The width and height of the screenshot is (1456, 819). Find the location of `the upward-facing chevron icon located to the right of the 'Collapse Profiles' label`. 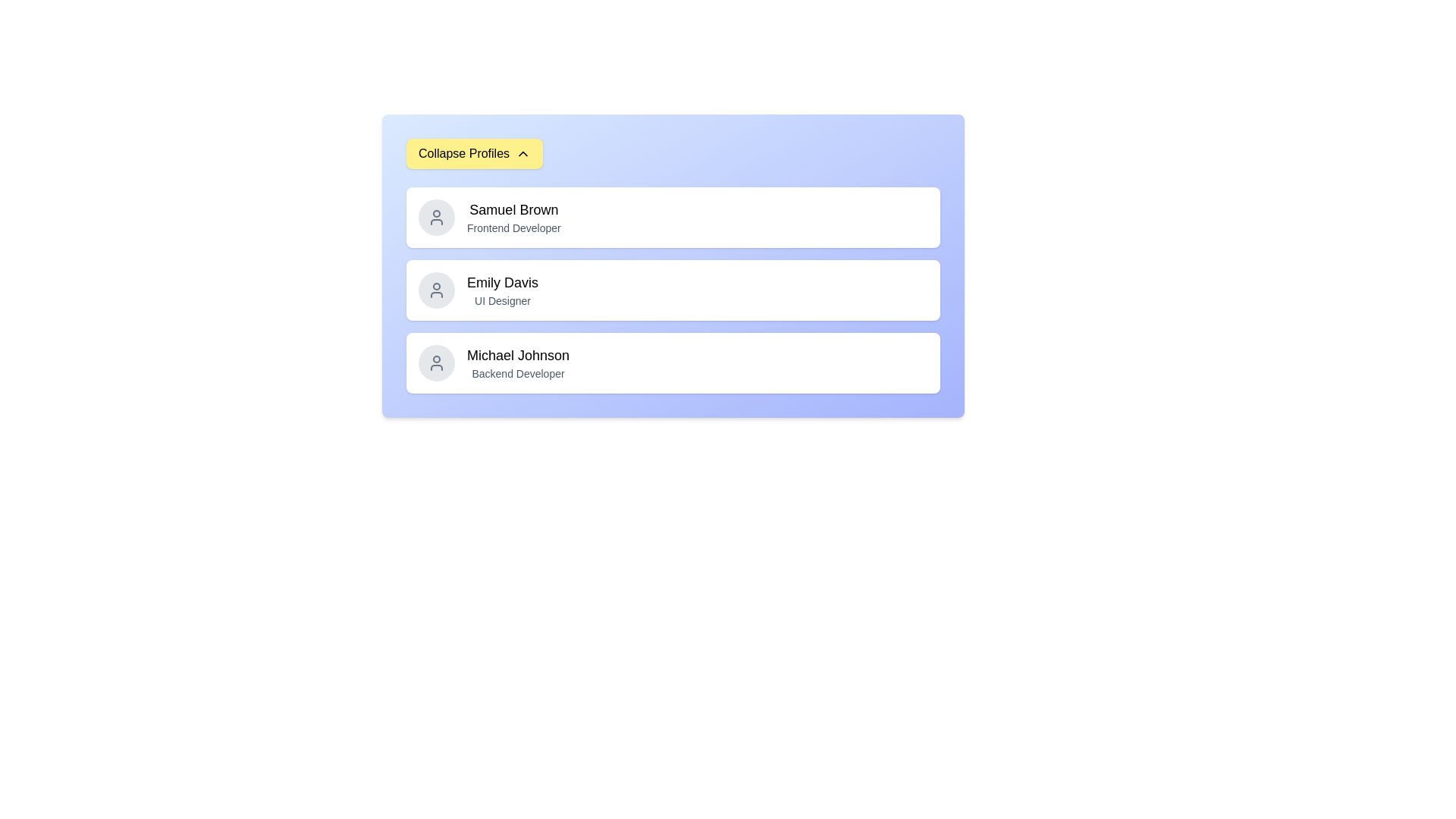

the upward-facing chevron icon located to the right of the 'Collapse Profiles' label is located at coordinates (523, 154).